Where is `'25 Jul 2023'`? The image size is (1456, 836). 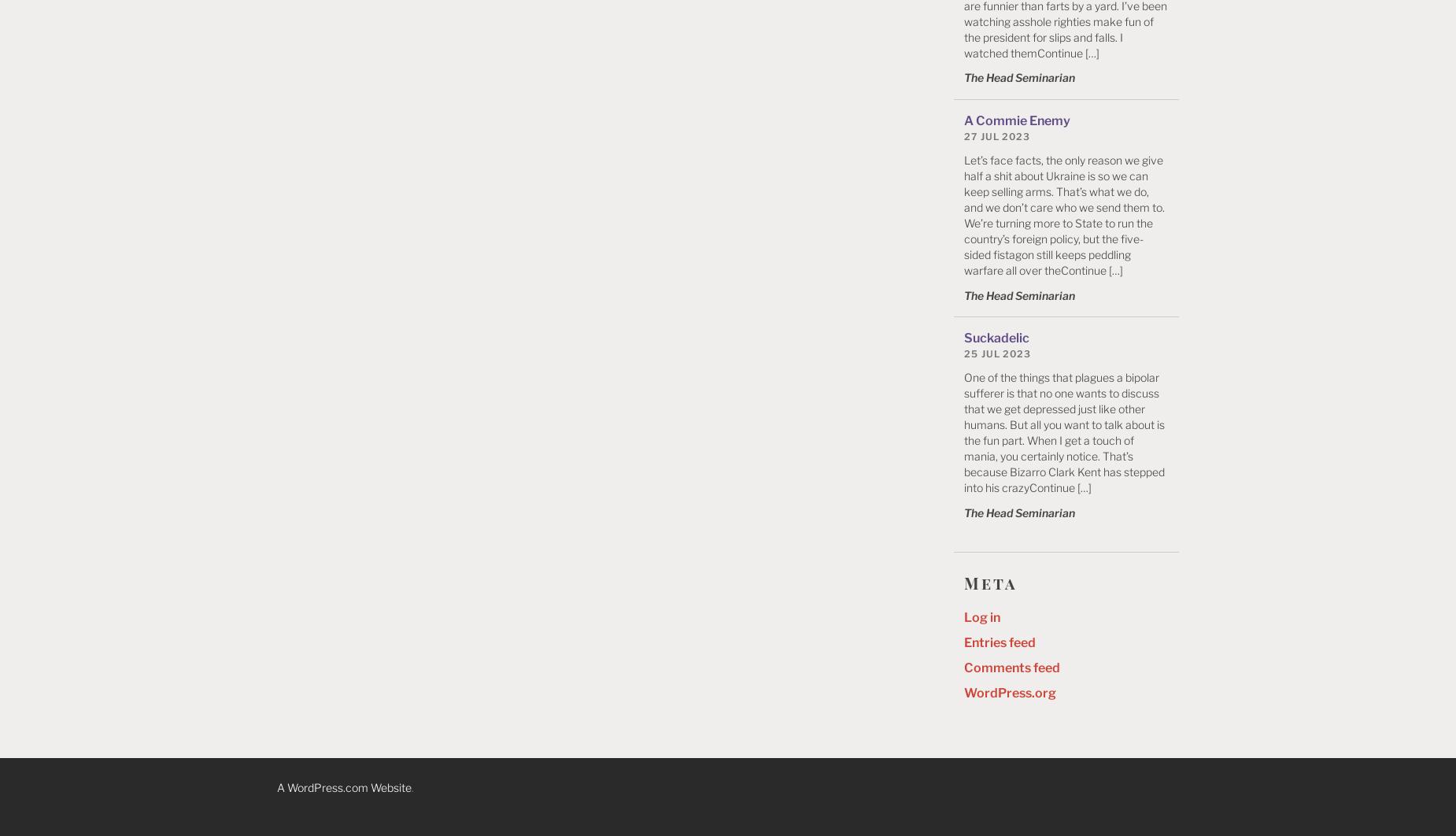
'25 Jul 2023' is located at coordinates (996, 353).